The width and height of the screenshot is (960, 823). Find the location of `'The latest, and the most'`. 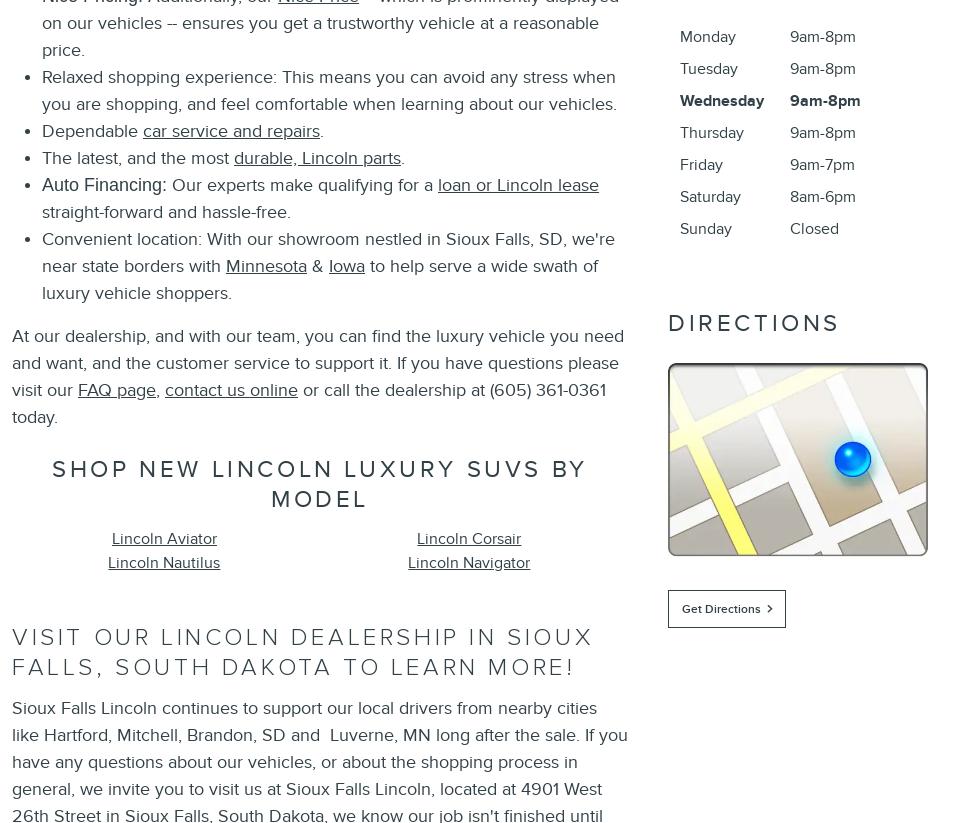

'The latest, and the most' is located at coordinates (136, 156).